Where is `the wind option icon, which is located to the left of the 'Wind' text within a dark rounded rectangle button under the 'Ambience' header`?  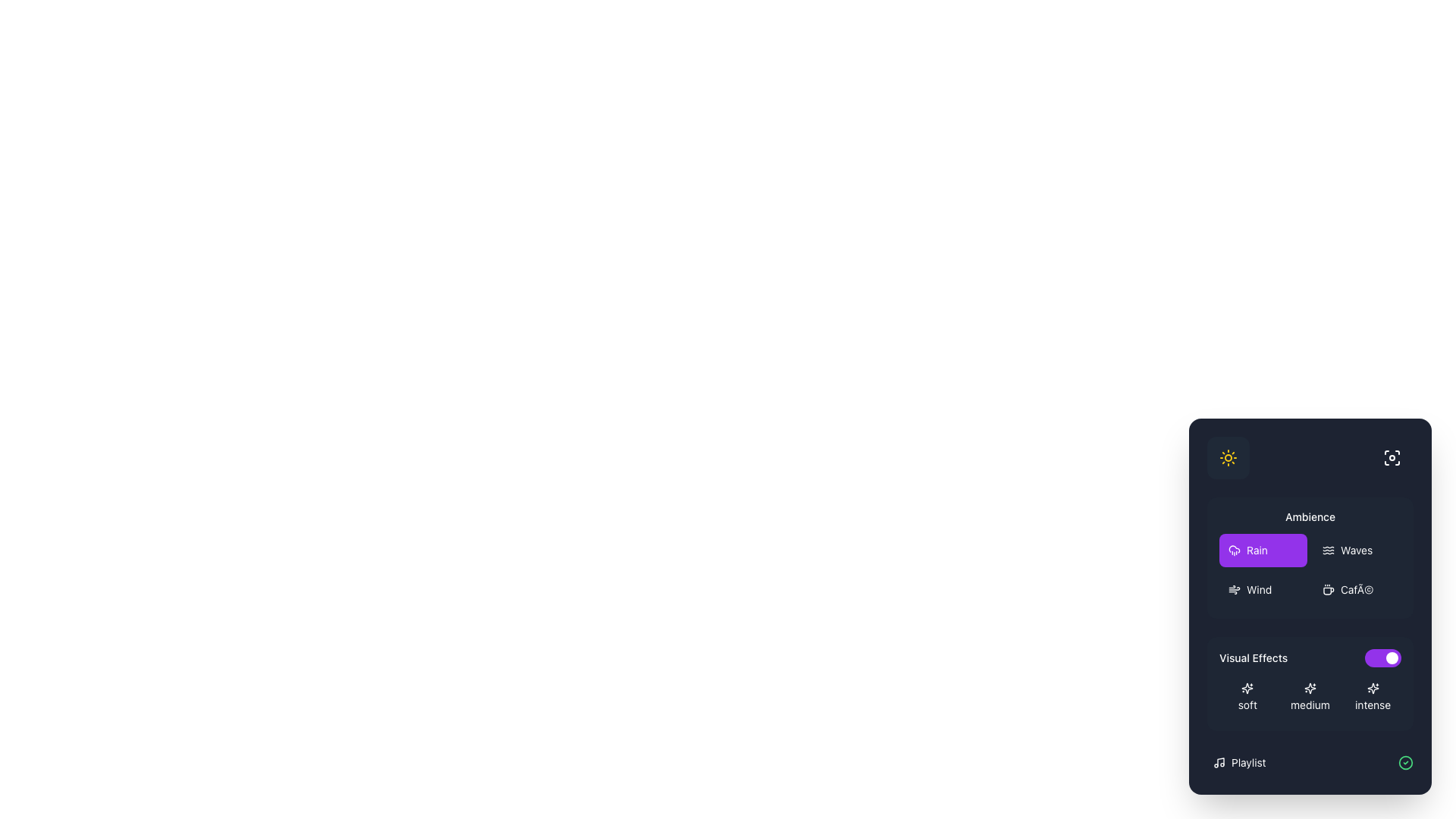
the wind option icon, which is located to the left of the 'Wind' text within a dark rounded rectangle button under the 'Ambience' header is located at coordinates (1234, 589).